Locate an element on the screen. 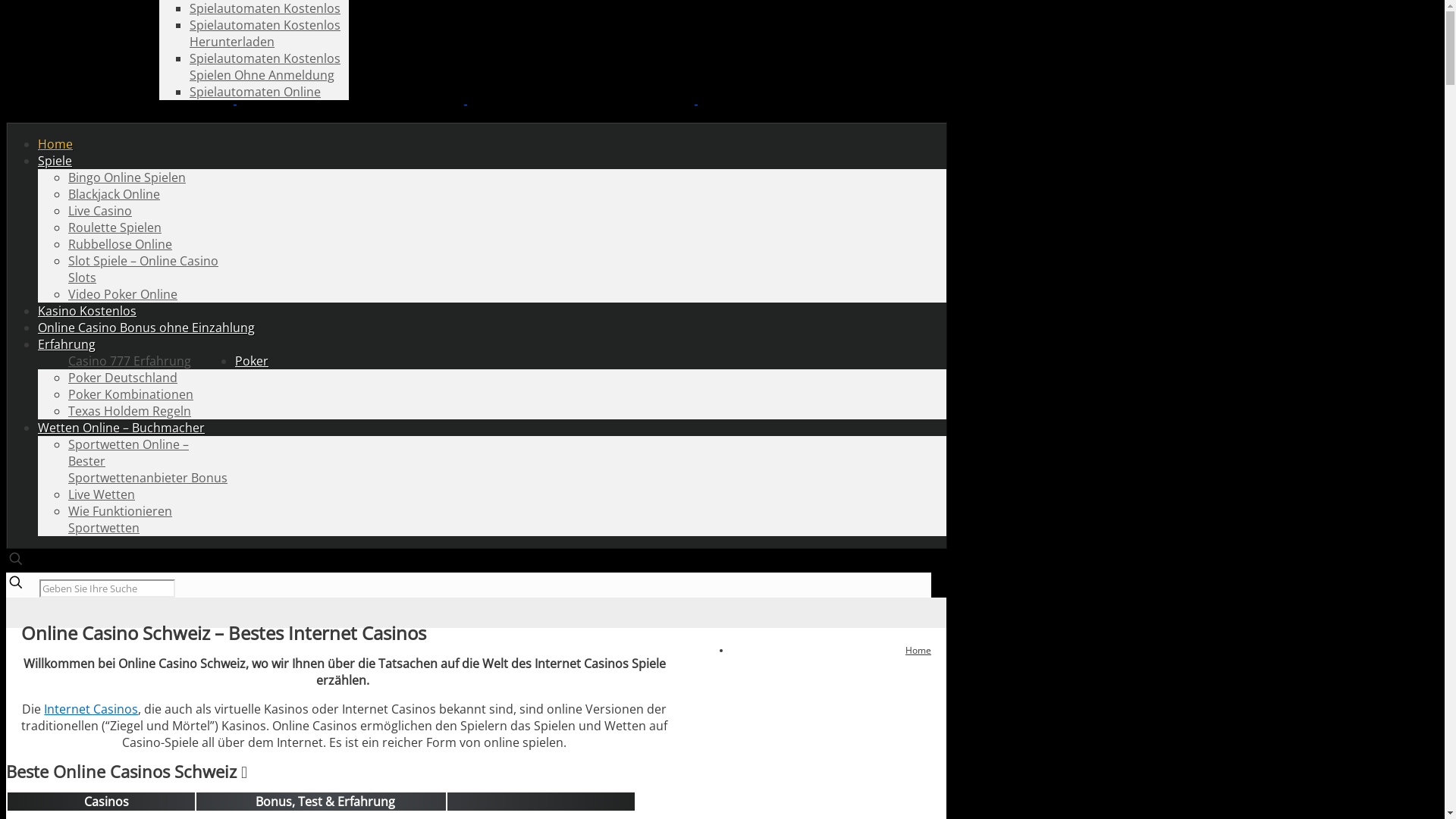  'Live Casino' is located at coordinates (99, 210).